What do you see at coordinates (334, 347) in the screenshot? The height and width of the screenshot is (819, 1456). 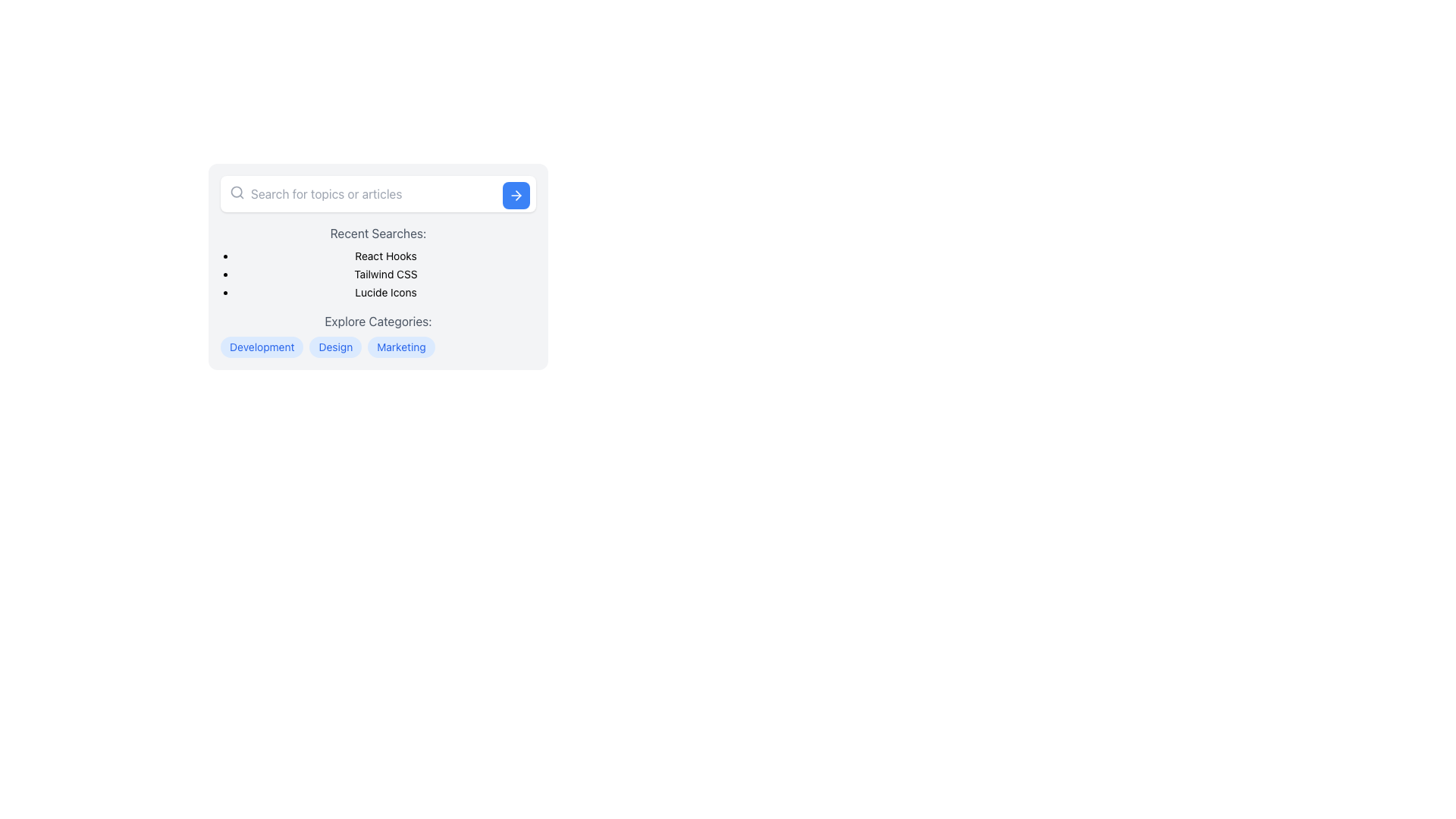 I see `the 'Design' category label located in the 'Explore Categories' section, which is the second tag in a horizontal list between 'Development' and 'Marketing'` at bounding box center [334, 347].